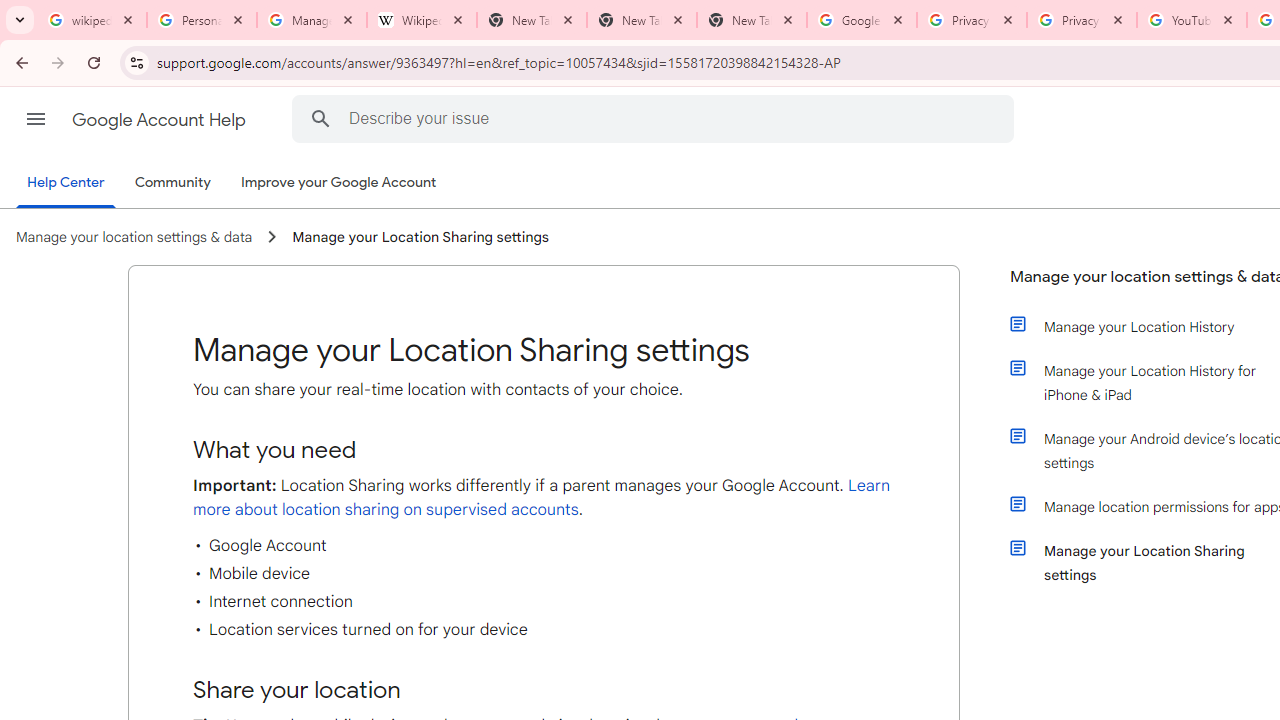 The image size is (1280, 720). Describe the element at coordinates (542, 496) in the screenshot. I see `'Learn more about location sharing on supervised accounts'` at that location.